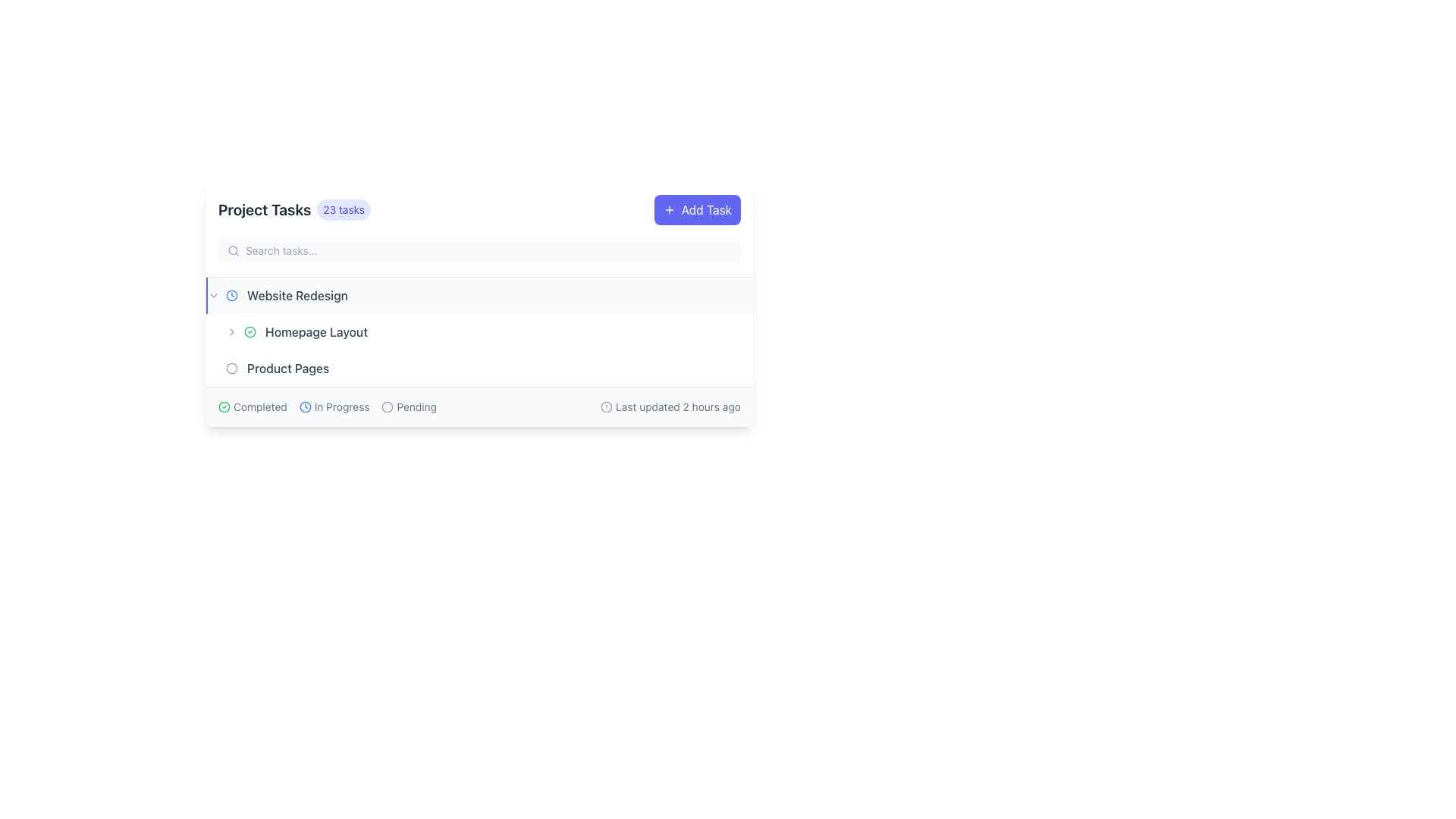  What do you see at coordinates (343, 210) in the screenshot?
I see `the numeric indicator Text label with a decorative background, which is located immediately to the right of the 'Project Tasks' title` at bounding box center [343, 210].